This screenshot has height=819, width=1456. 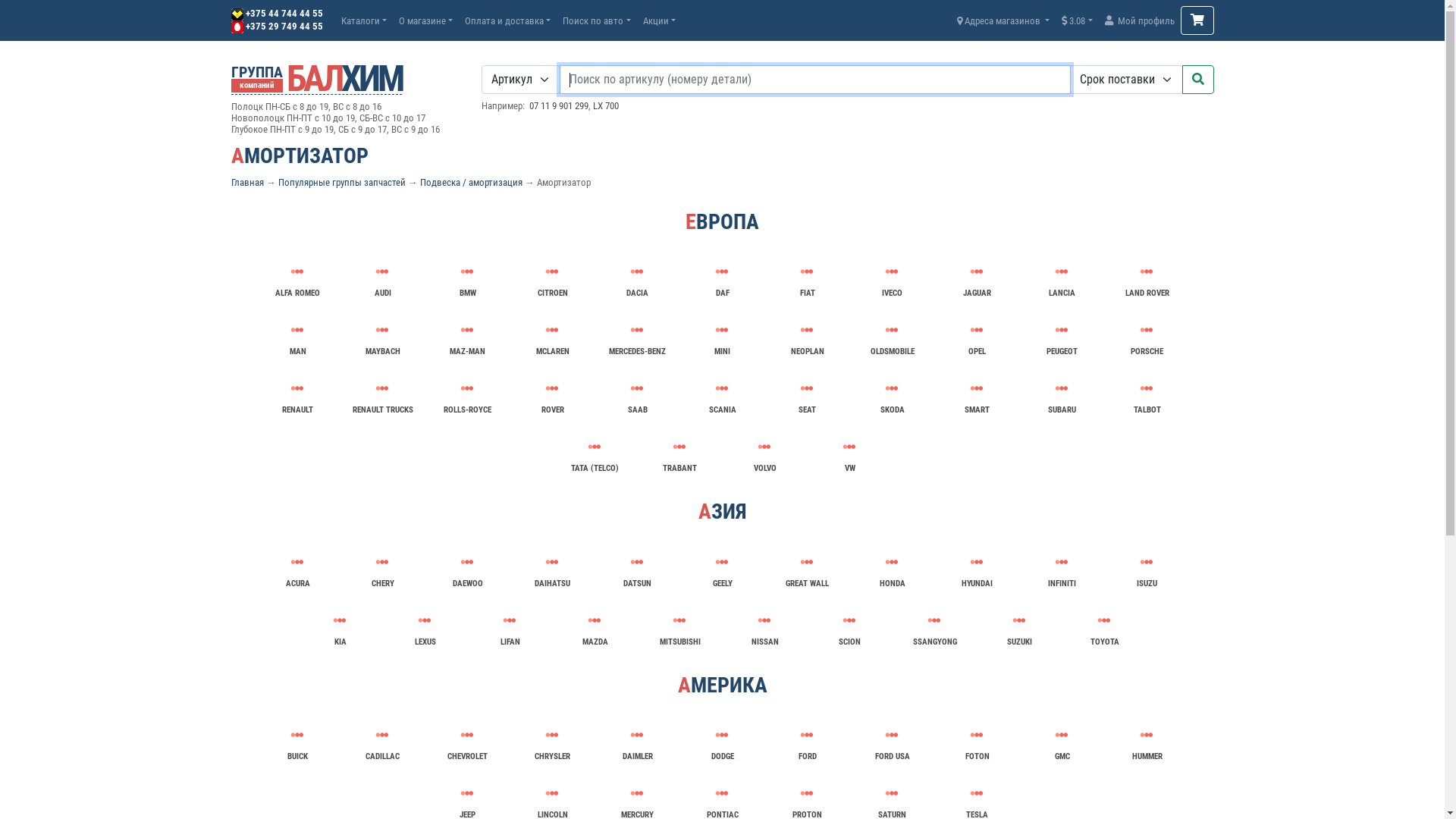 I want to click on 'MAYBACH', so click(x=382, y=334).